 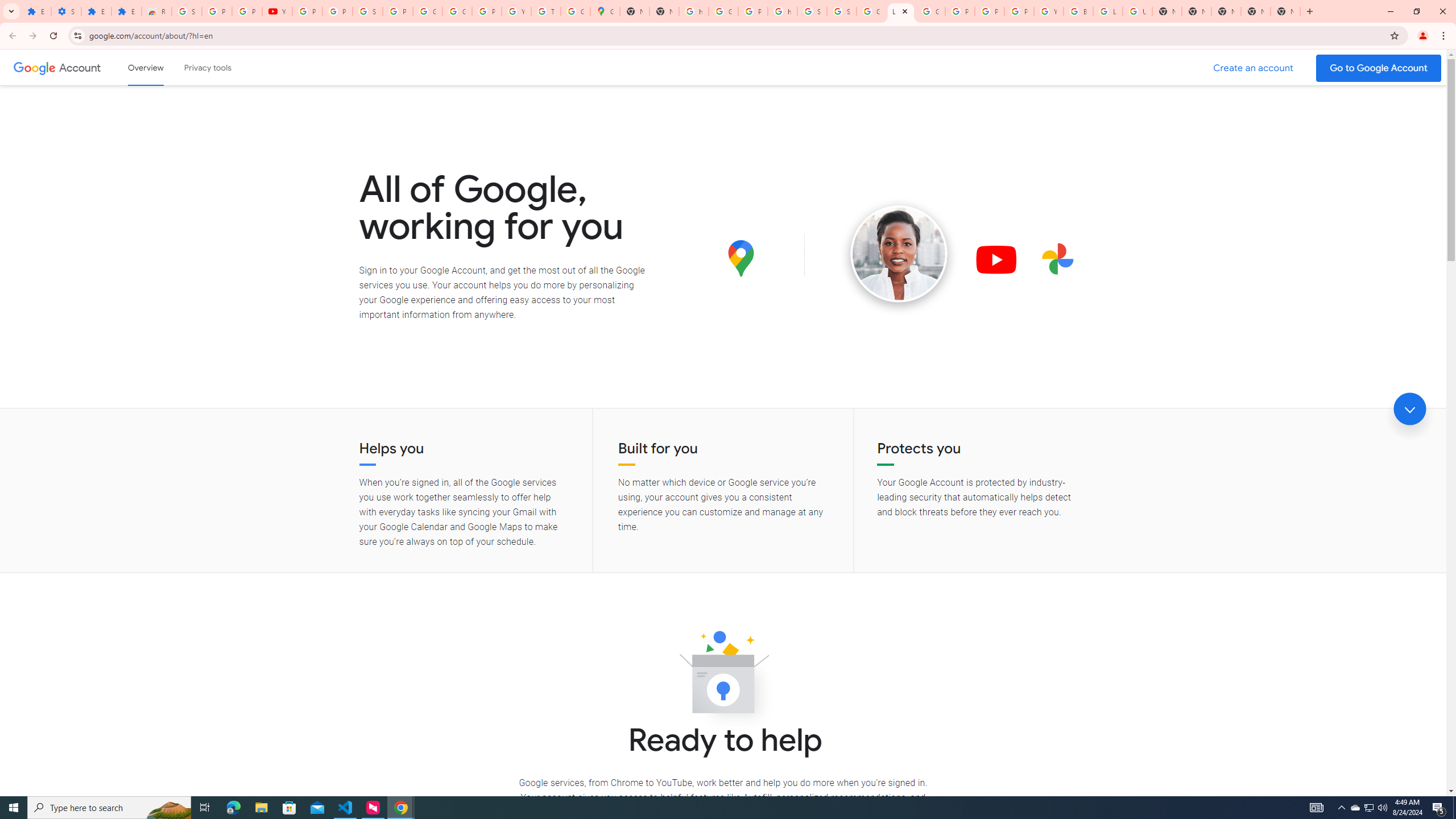 I want to click on 'Sign in - Google Accounts', so click(x=841, y=11).